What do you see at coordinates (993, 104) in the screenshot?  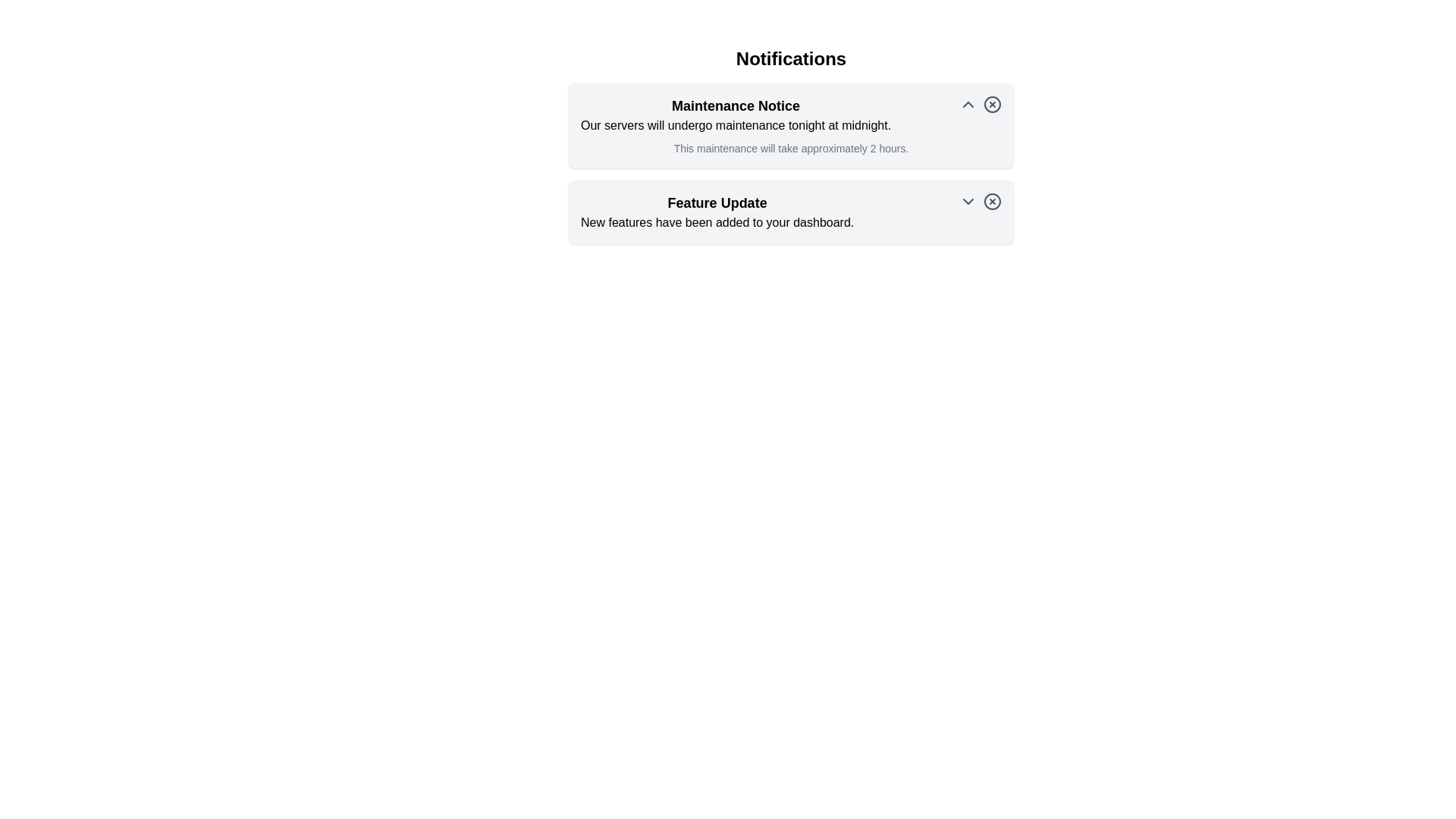 I see `delete button of the notification titled 'Maintenance Notice'` at bounding box center [993, 104].